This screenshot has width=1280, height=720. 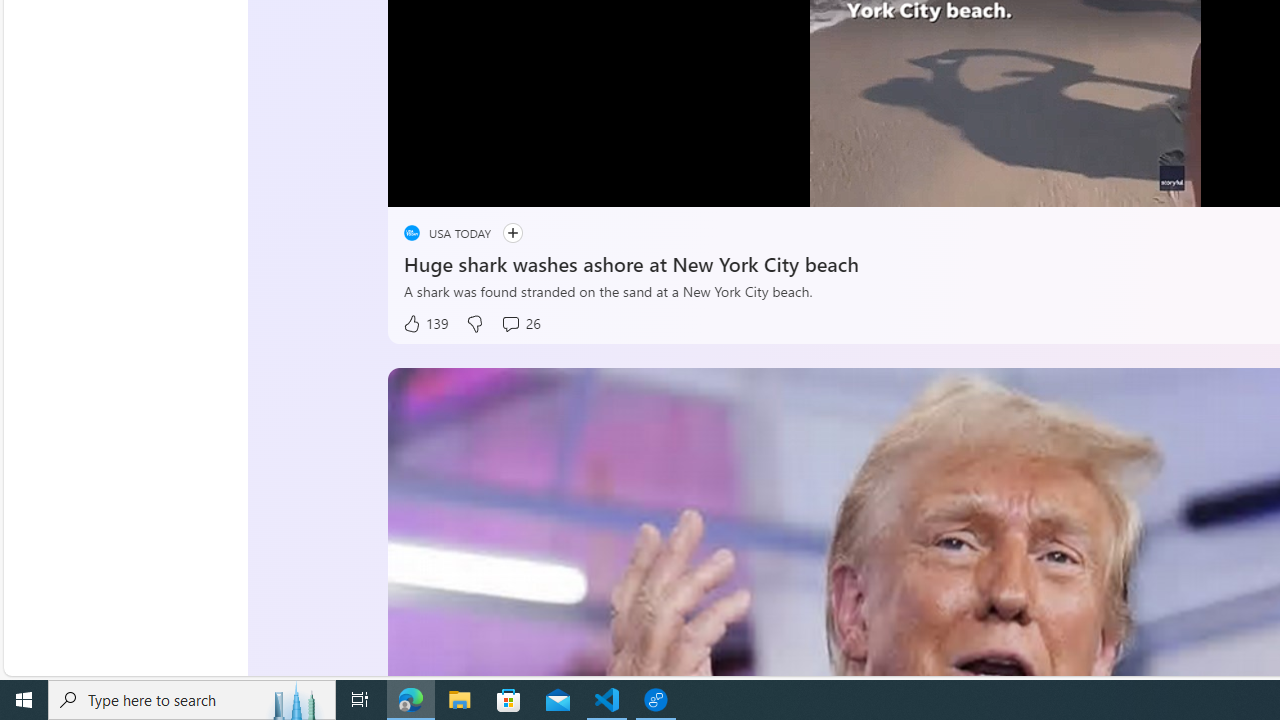 I want to click on 'Dislike', so click(x=473, y=323).